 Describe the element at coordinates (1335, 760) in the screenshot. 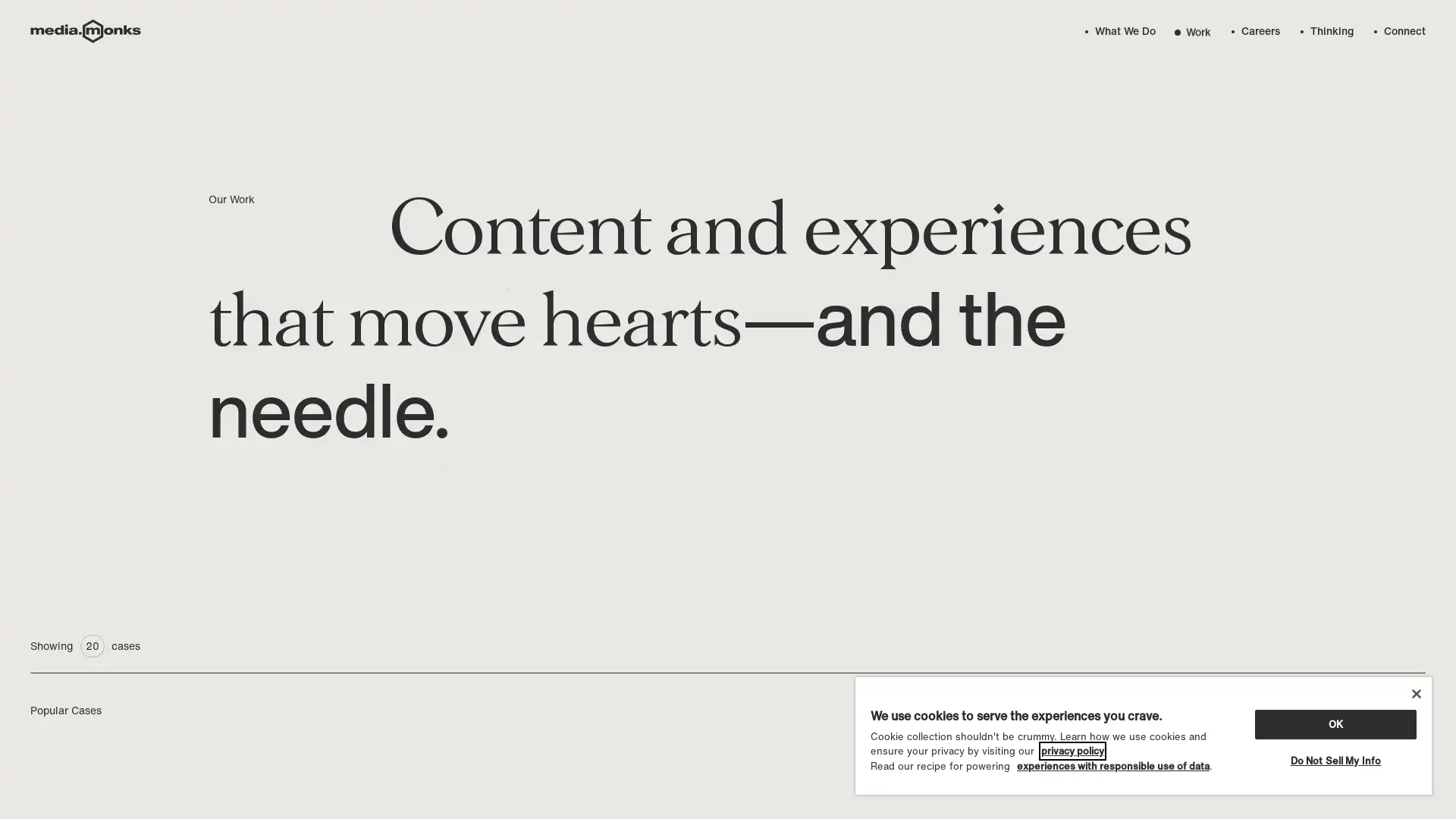

I see `Do Not Sell My Info` at that location.